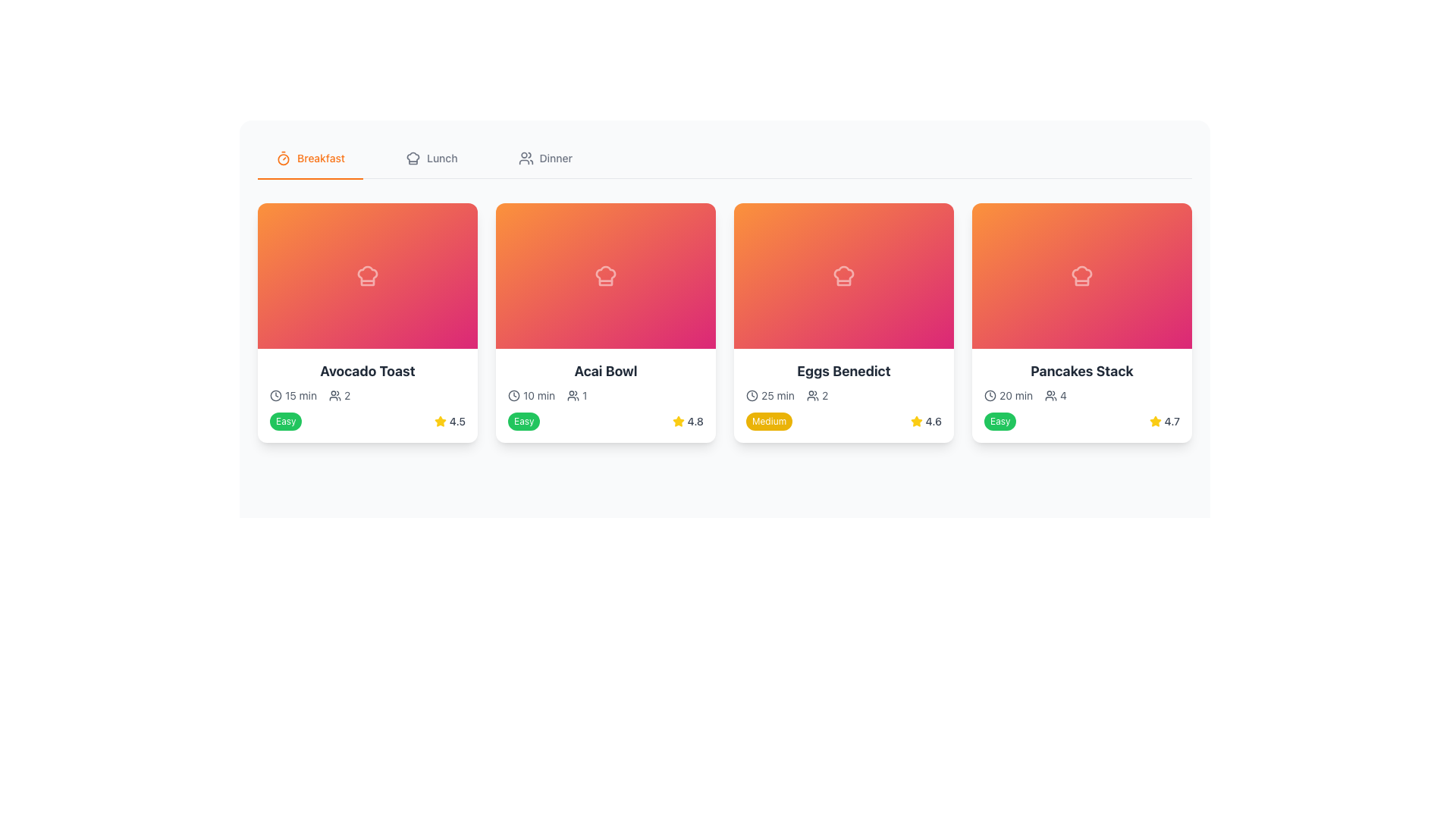 This screenshot has height=819, width=1456. What do you see at coordinates (413, 158) in the screenshot?
I see `the 'Lunch' tab icon located in the center of the top navigation bar, positioned between the 'Breakfast' and 'Dinner' tabs` at bounding box center [413, 158].